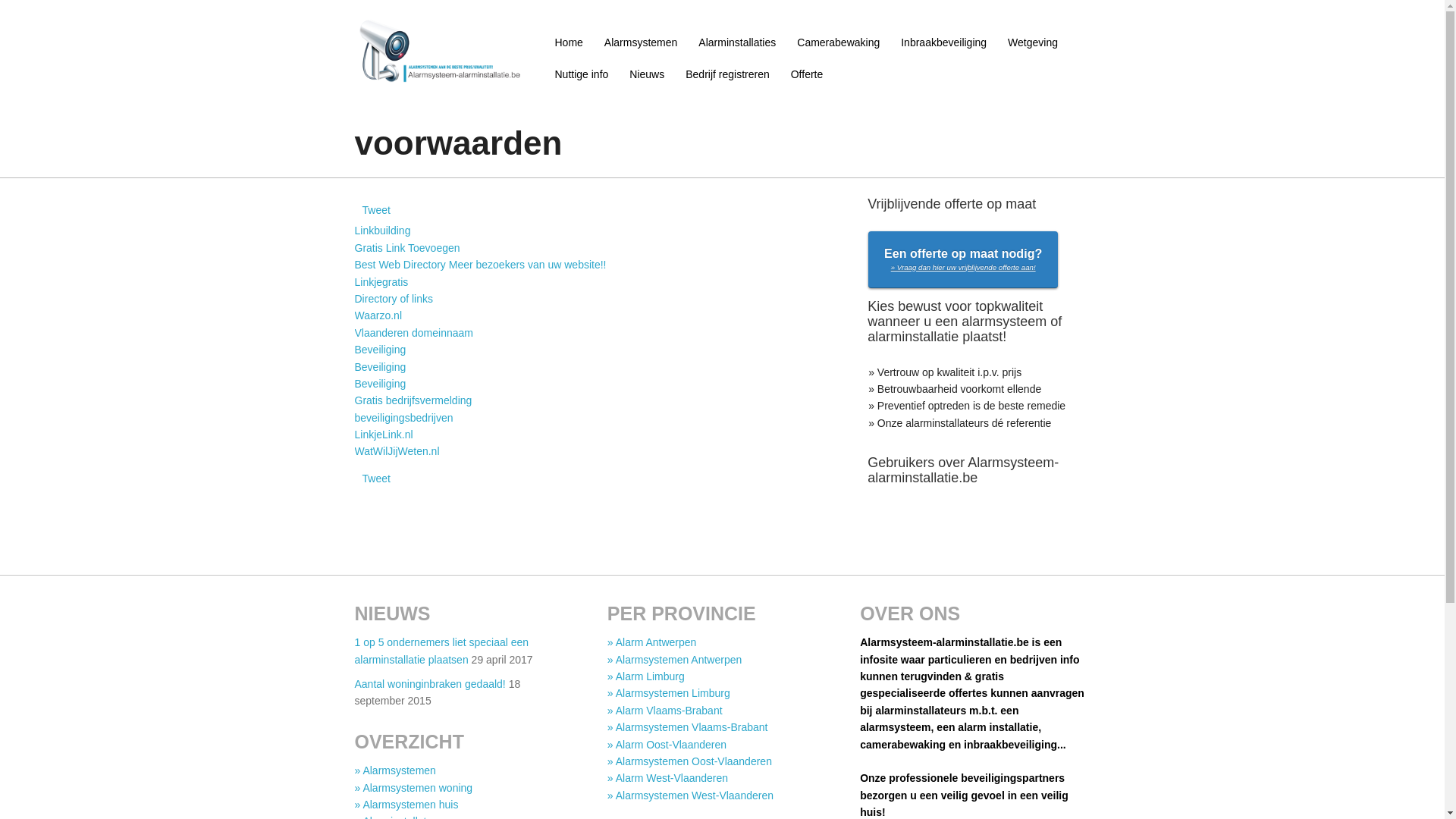  What do you see at coordinates (382, 231) in the screenshot?
I see `'Linkbuilding'` at bounding box center [382, 231].